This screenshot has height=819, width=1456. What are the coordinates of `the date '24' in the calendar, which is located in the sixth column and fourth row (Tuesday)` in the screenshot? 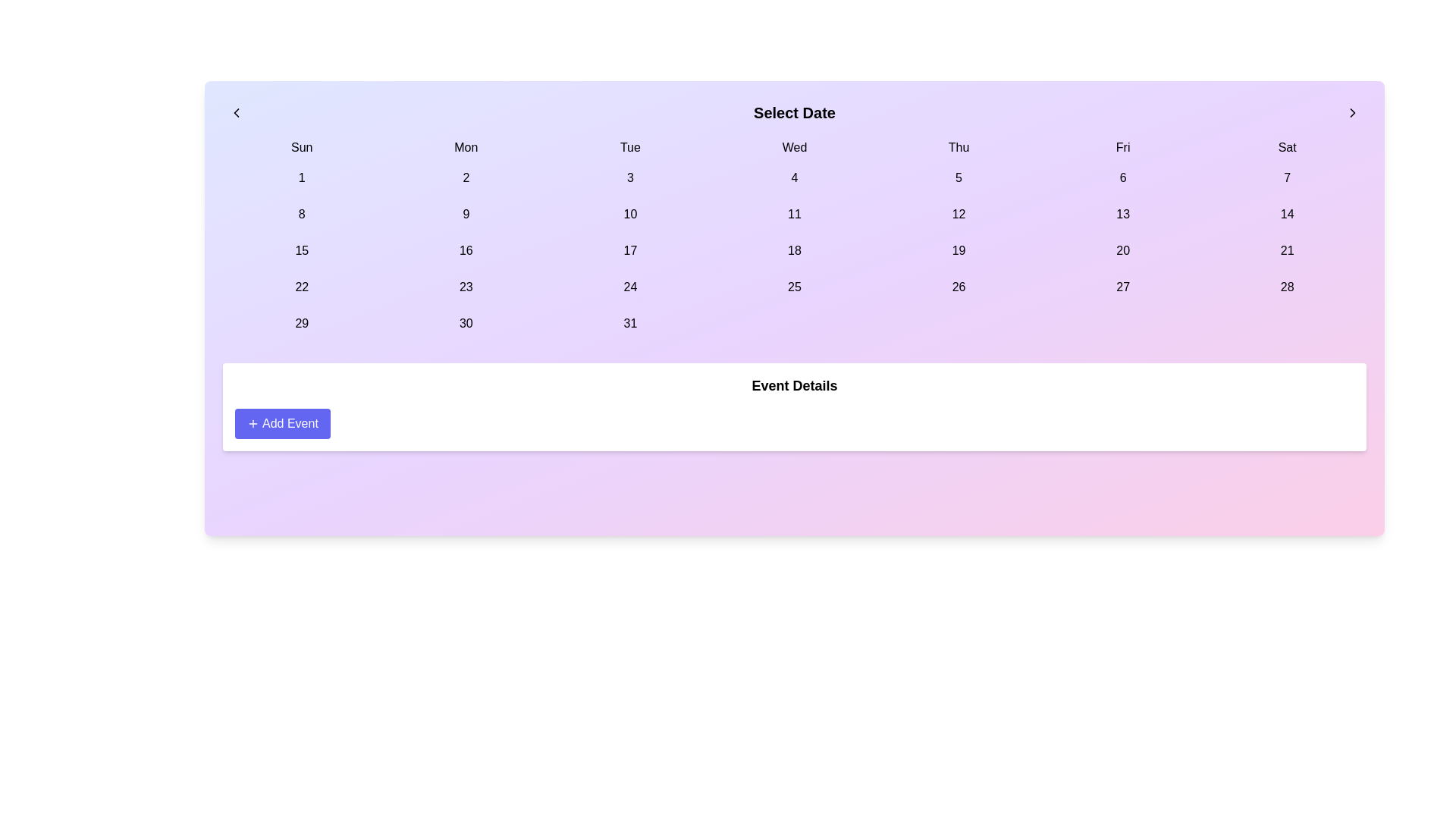 It's located at (630, 287).